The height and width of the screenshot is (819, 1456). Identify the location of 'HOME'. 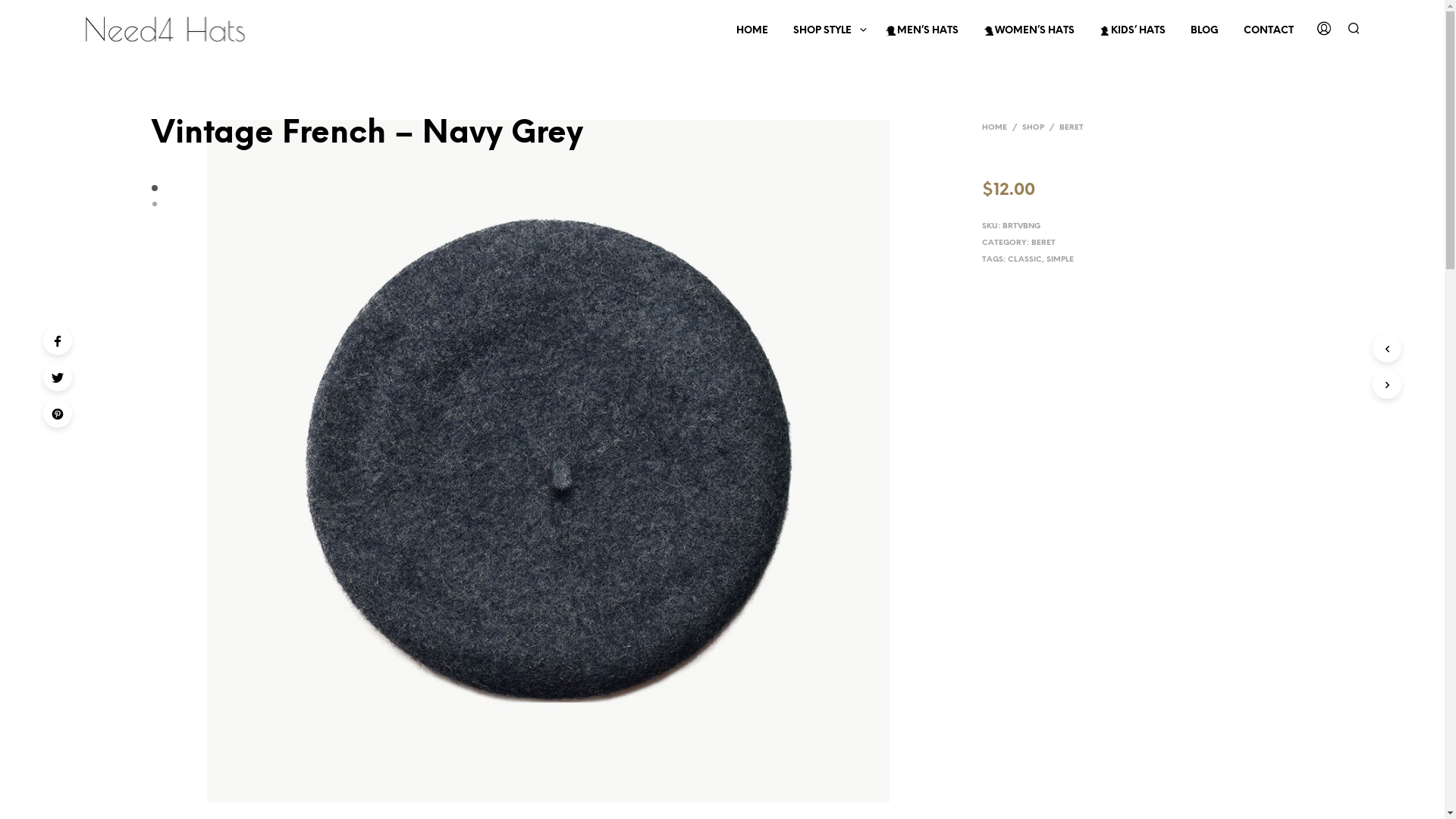
(752, 31).